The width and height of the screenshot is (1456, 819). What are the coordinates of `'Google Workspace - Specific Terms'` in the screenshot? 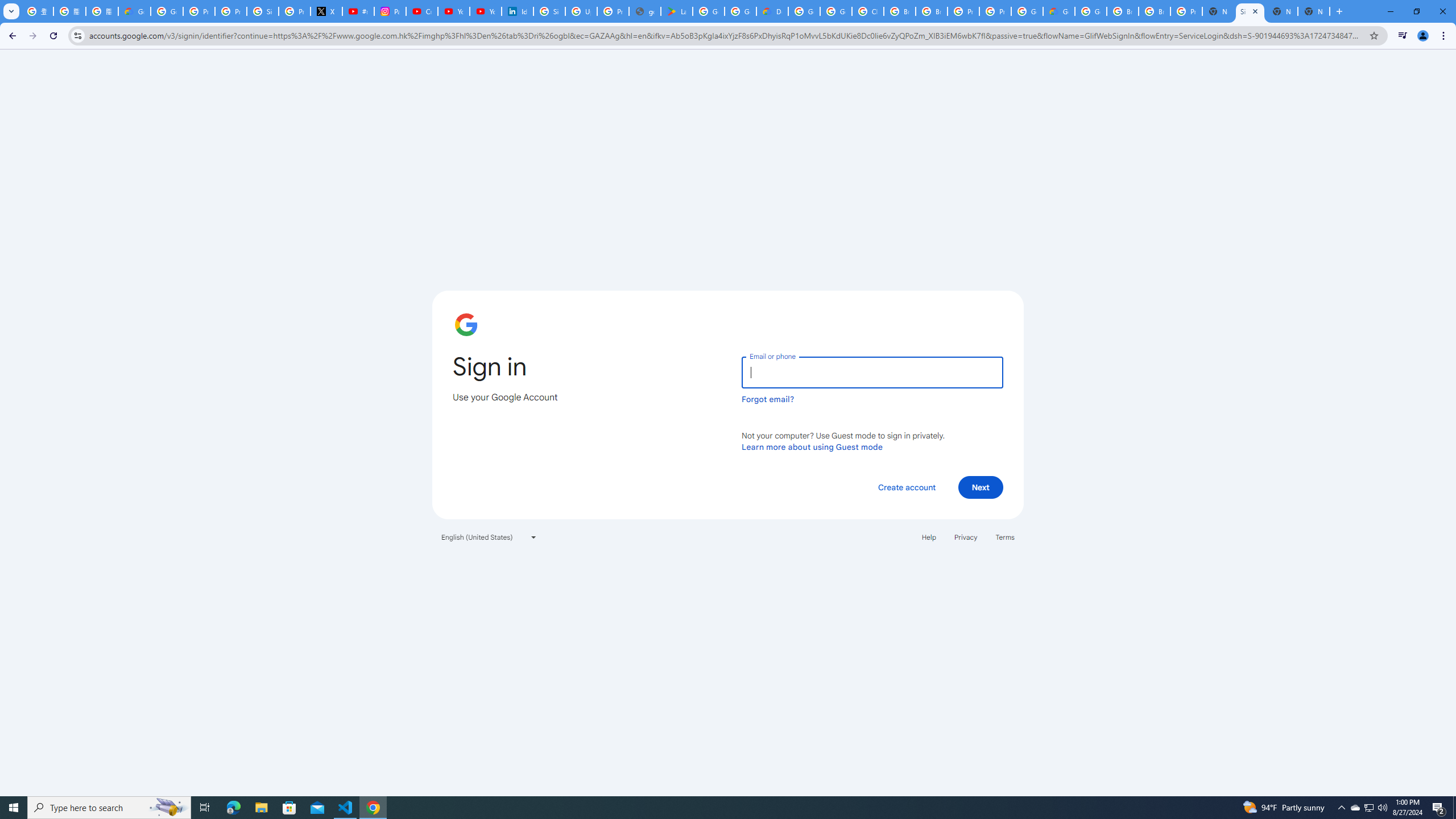 It's located at (739, 11).